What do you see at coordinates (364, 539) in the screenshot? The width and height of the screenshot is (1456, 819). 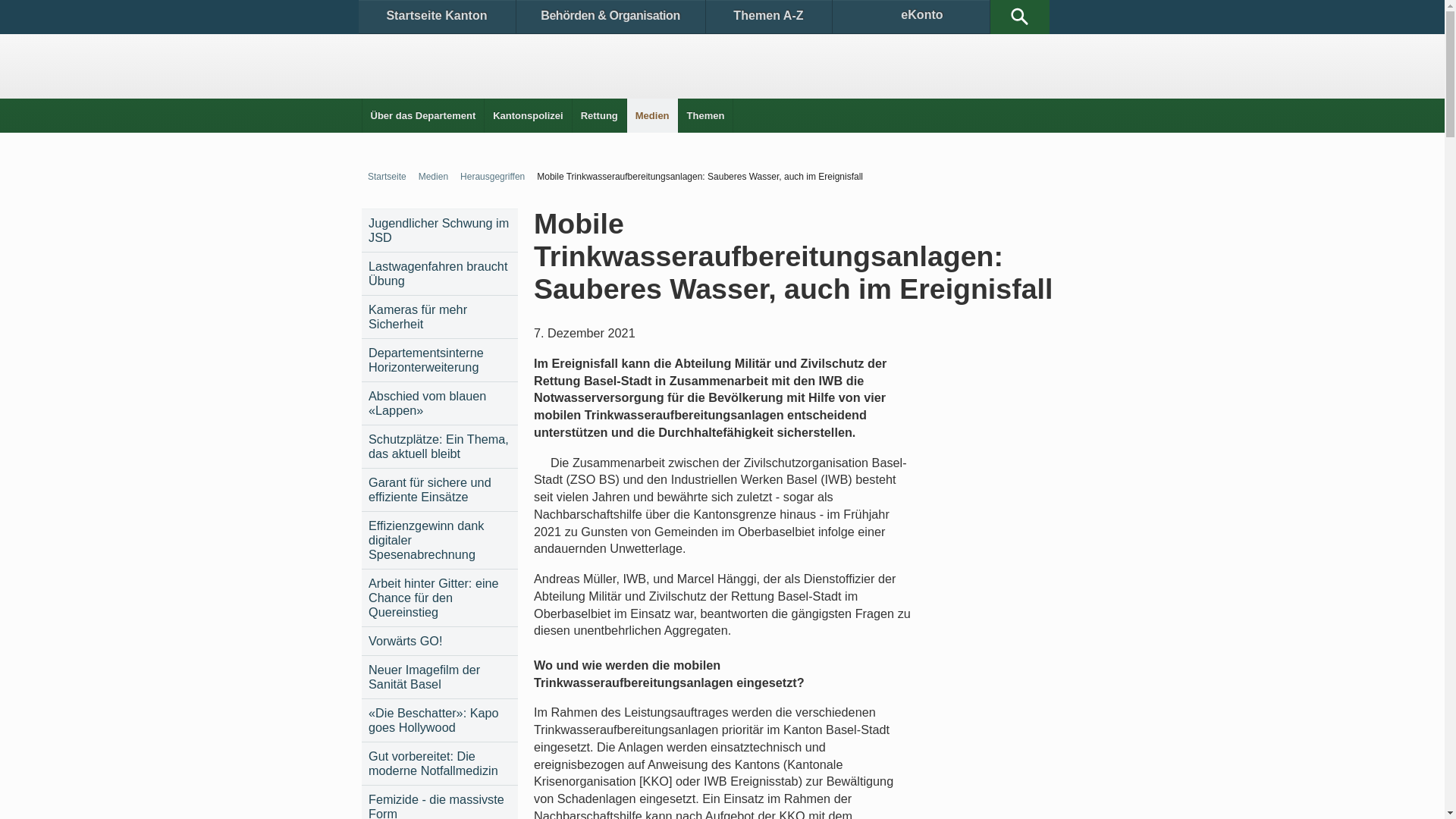 I see `'Effizienzgewinn dank digitaler Spesenabrechnung'` at bounding box center [364, 539].